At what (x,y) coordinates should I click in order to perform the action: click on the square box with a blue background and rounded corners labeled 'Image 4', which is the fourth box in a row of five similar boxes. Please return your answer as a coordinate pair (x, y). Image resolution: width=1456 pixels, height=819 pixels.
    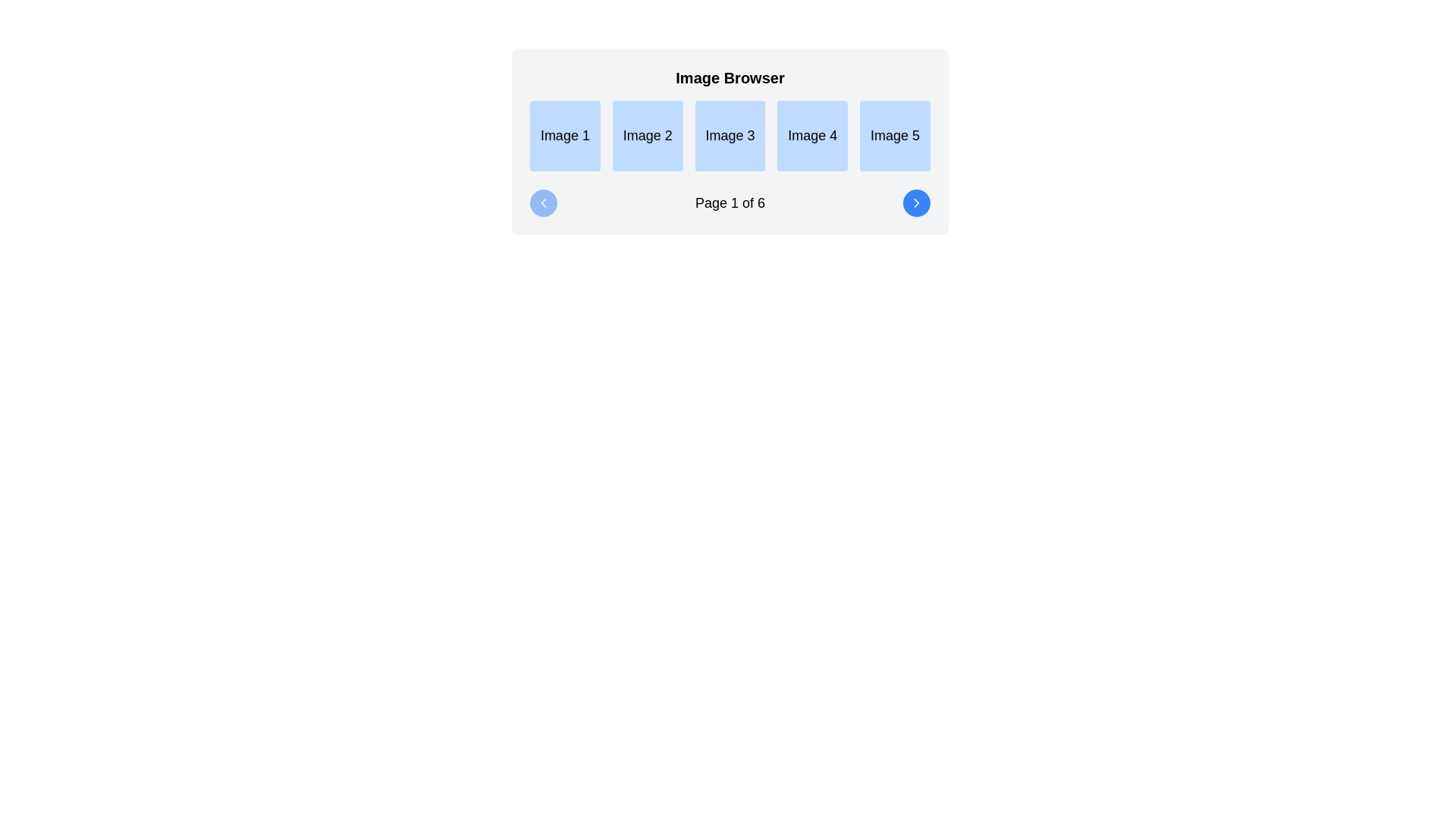
    Looking at the image, I should click on (811, 135).